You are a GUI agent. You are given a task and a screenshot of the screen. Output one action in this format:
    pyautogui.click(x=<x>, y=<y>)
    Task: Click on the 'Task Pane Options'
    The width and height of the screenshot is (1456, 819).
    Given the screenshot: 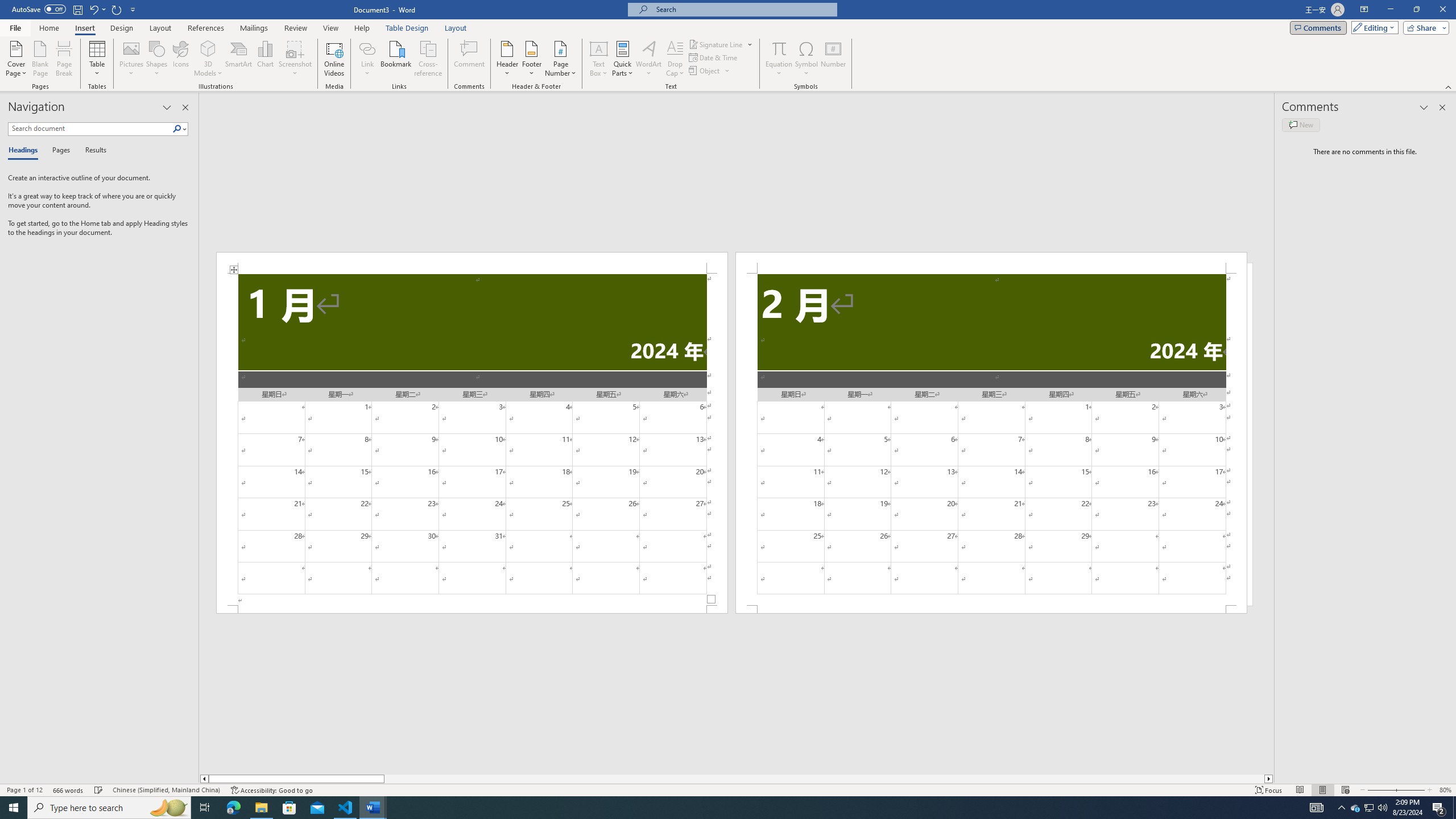 What is the action you would take?
    pyautogui.click(x=167, y=107)
    